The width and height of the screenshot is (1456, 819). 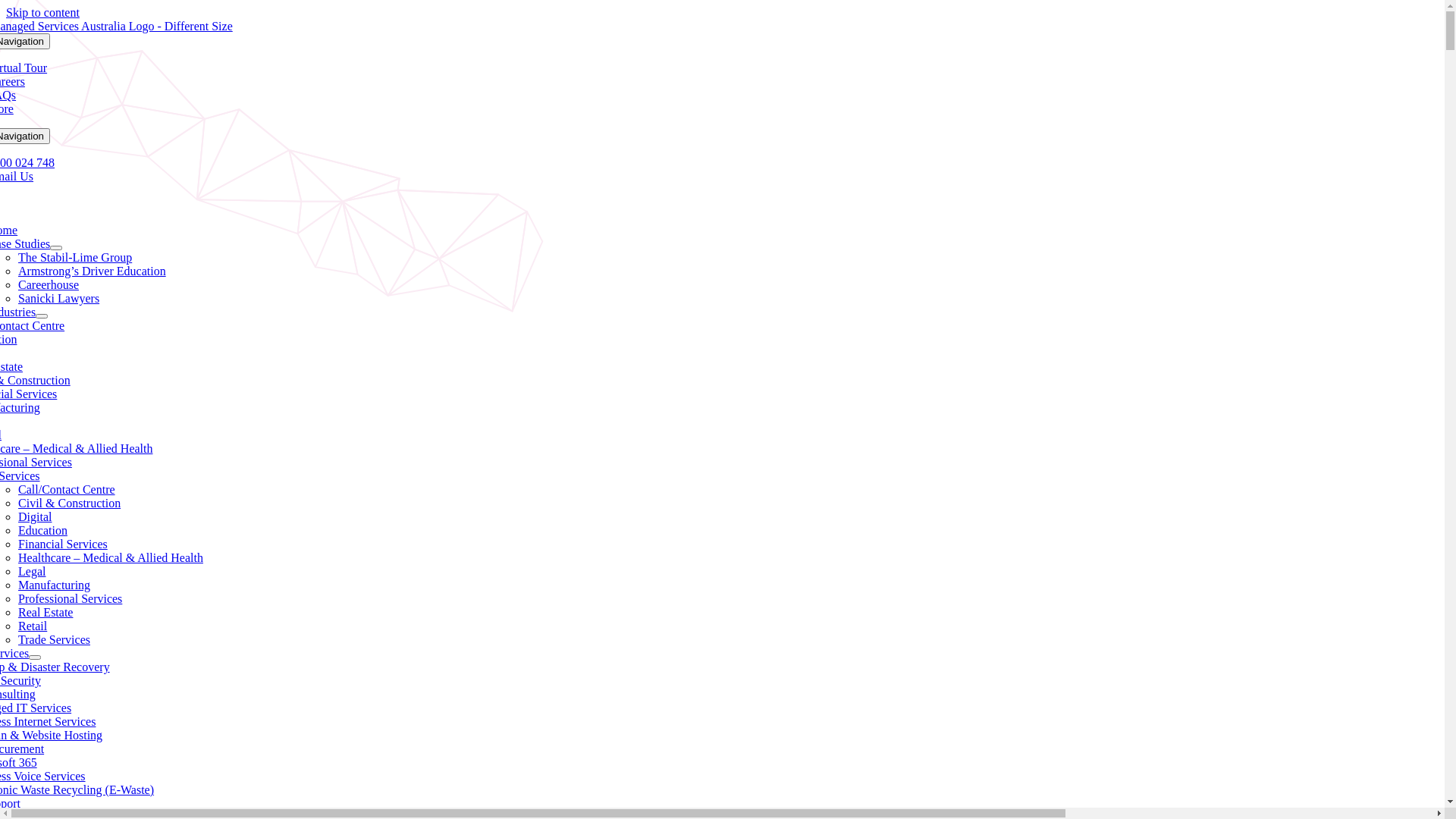 I want to click on 'Trade Services', so click(x=54, y=639).